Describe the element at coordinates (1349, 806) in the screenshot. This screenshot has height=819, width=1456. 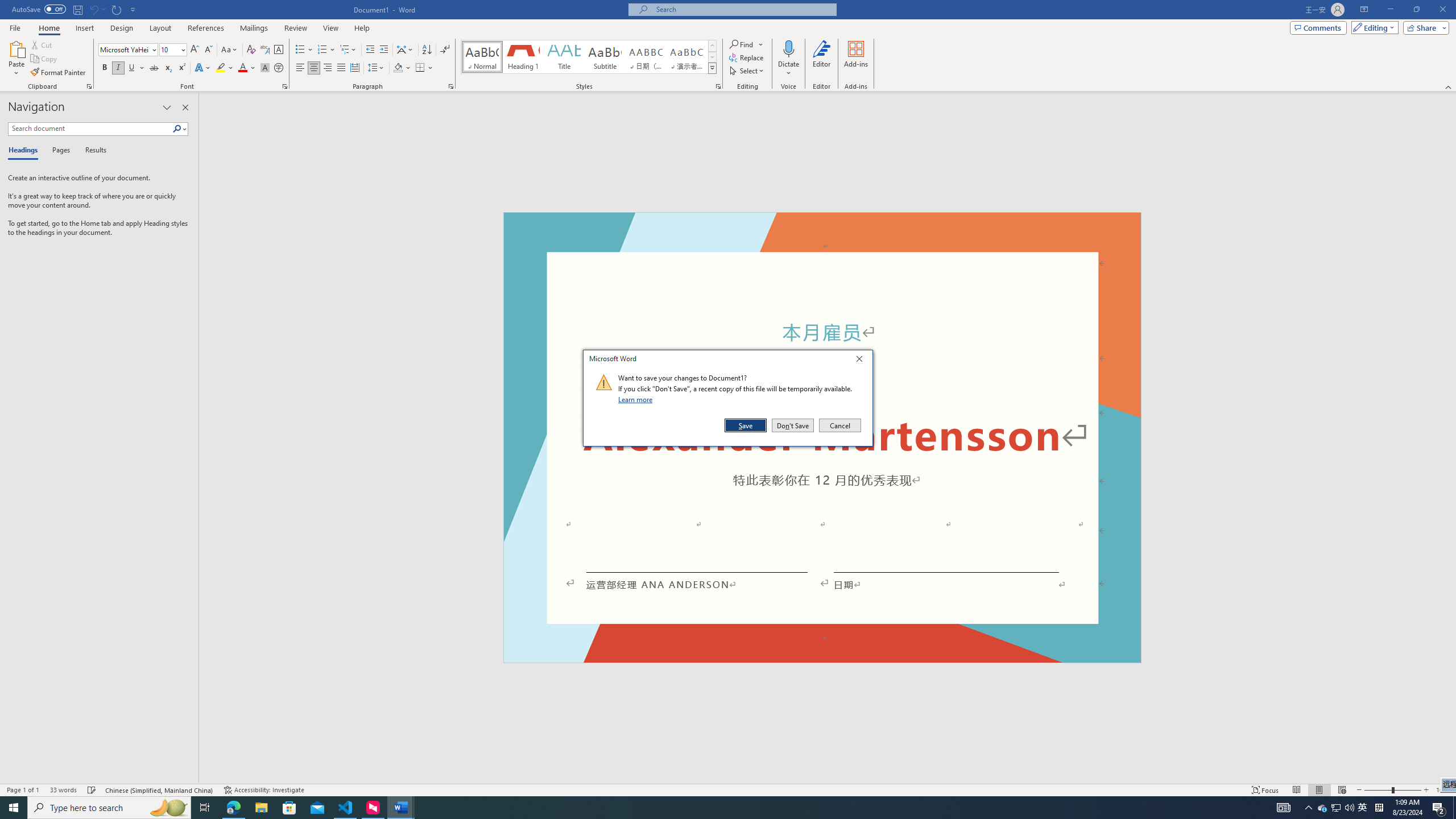
I see `'Q2790: 100%'` at that location.